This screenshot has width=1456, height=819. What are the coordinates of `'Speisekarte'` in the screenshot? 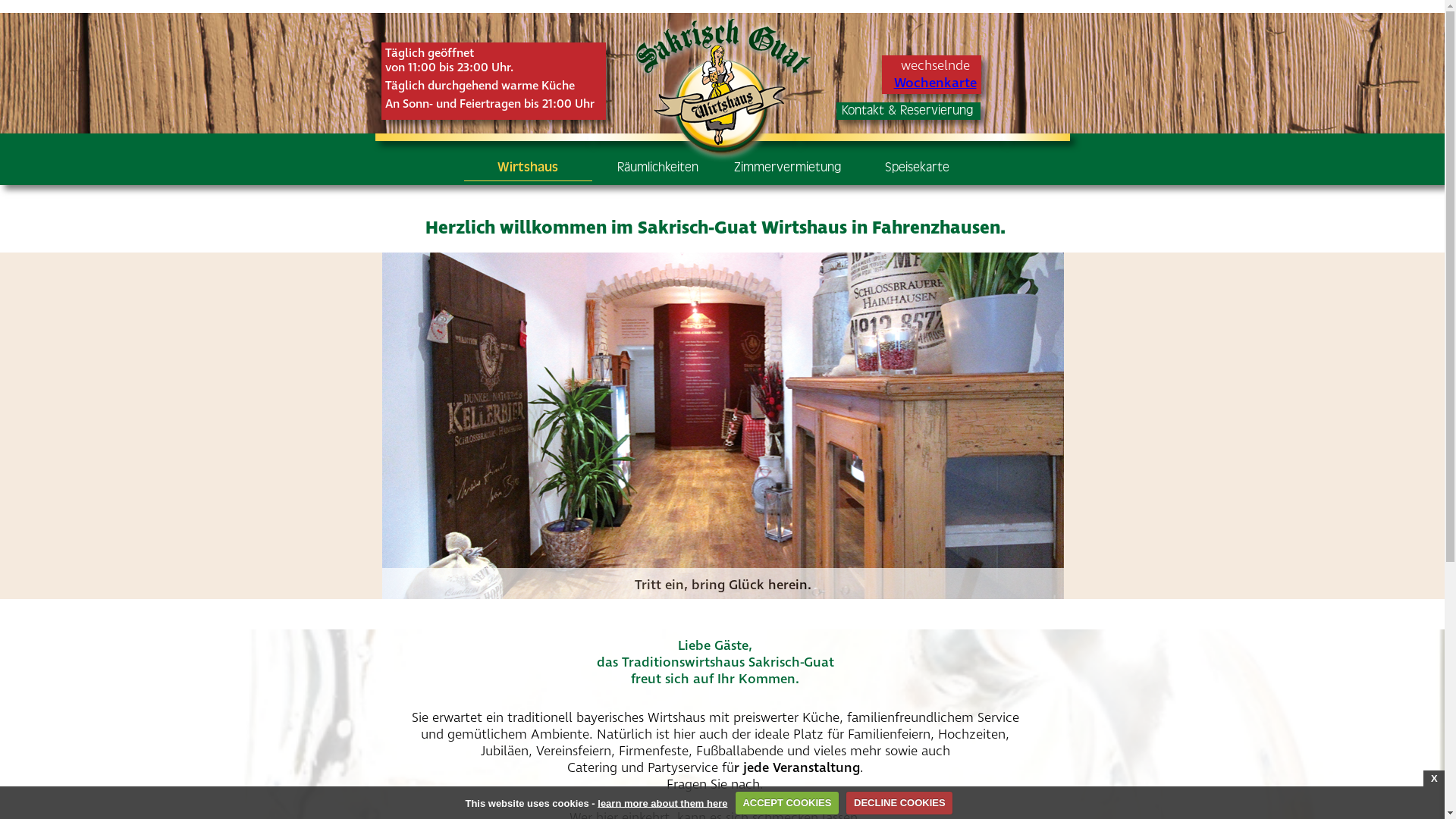 It's located at (915, 167).